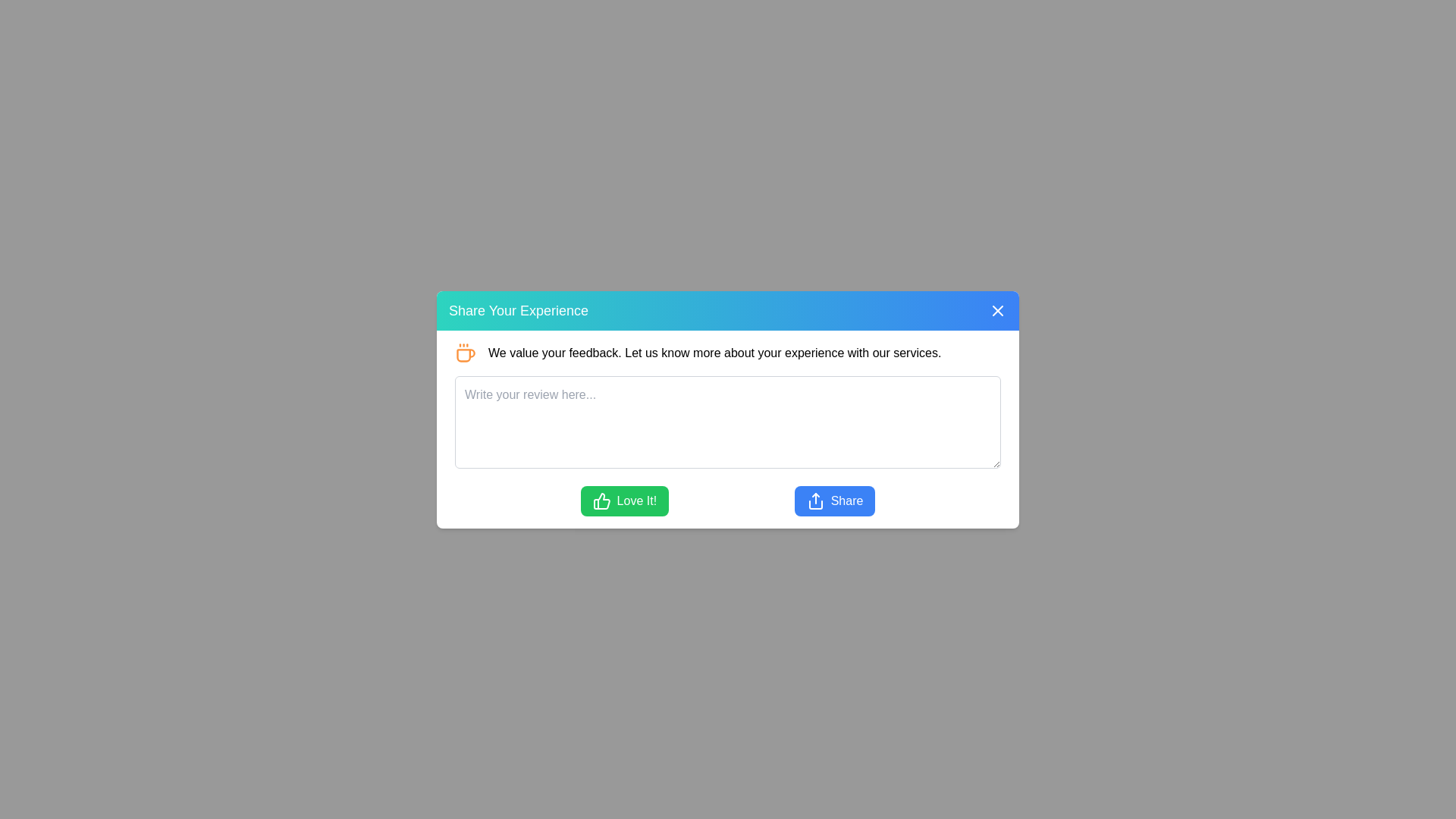 The width and height of the screenshot is (1456, 819). I want to click on the green button labeled 'Love It!' which contains an SVG icon of a thumbs-up hand gesture, so click(601, 500).